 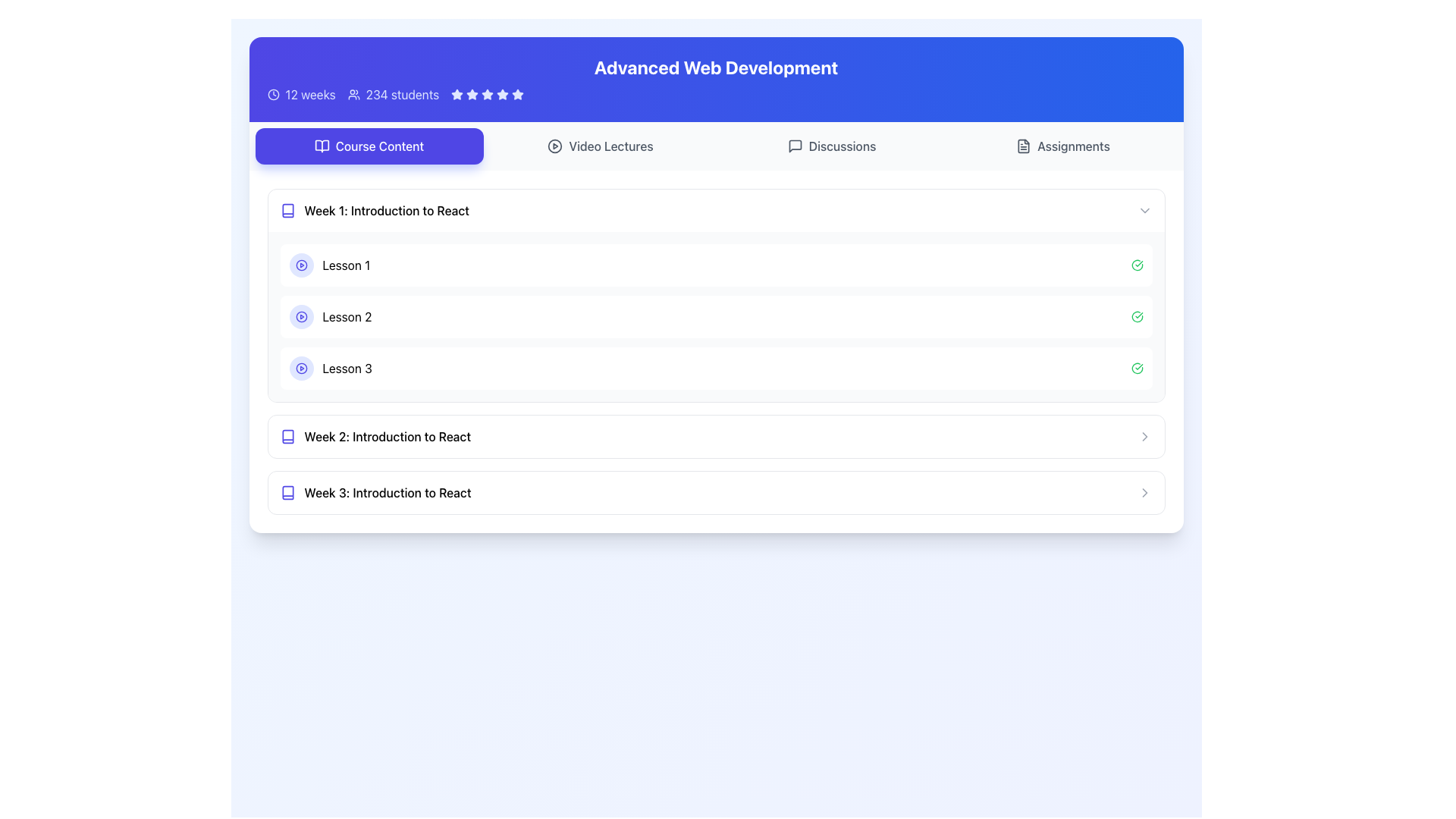 I want to click on the fourth star icon representing the fourth level of the rating system, located on the top right of the central header section, under the course title and beside the student count, so click(x=488, y=94).